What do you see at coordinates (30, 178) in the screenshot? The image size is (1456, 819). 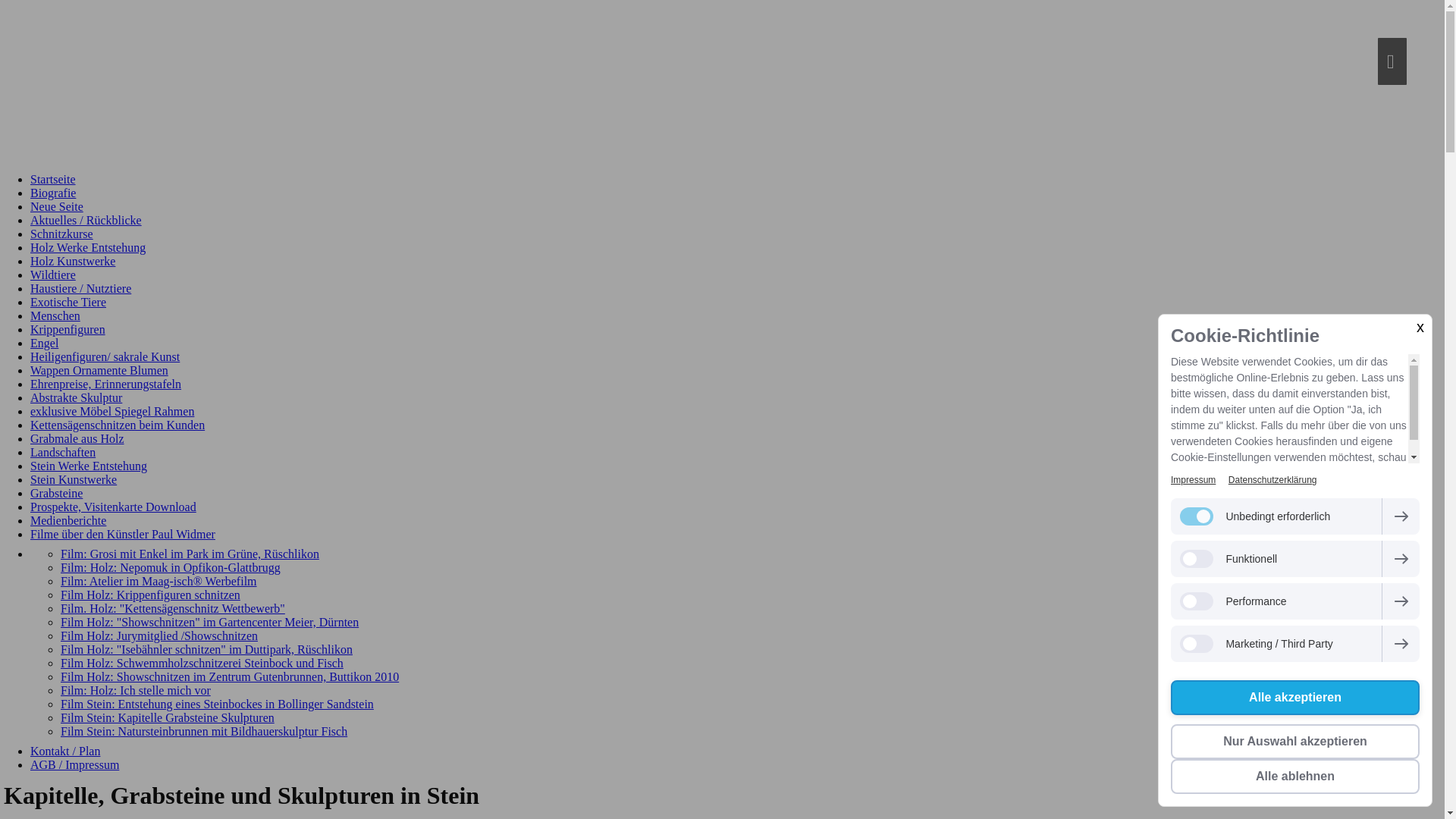 I see `'Startseite'` at bounding box center [30, 178].